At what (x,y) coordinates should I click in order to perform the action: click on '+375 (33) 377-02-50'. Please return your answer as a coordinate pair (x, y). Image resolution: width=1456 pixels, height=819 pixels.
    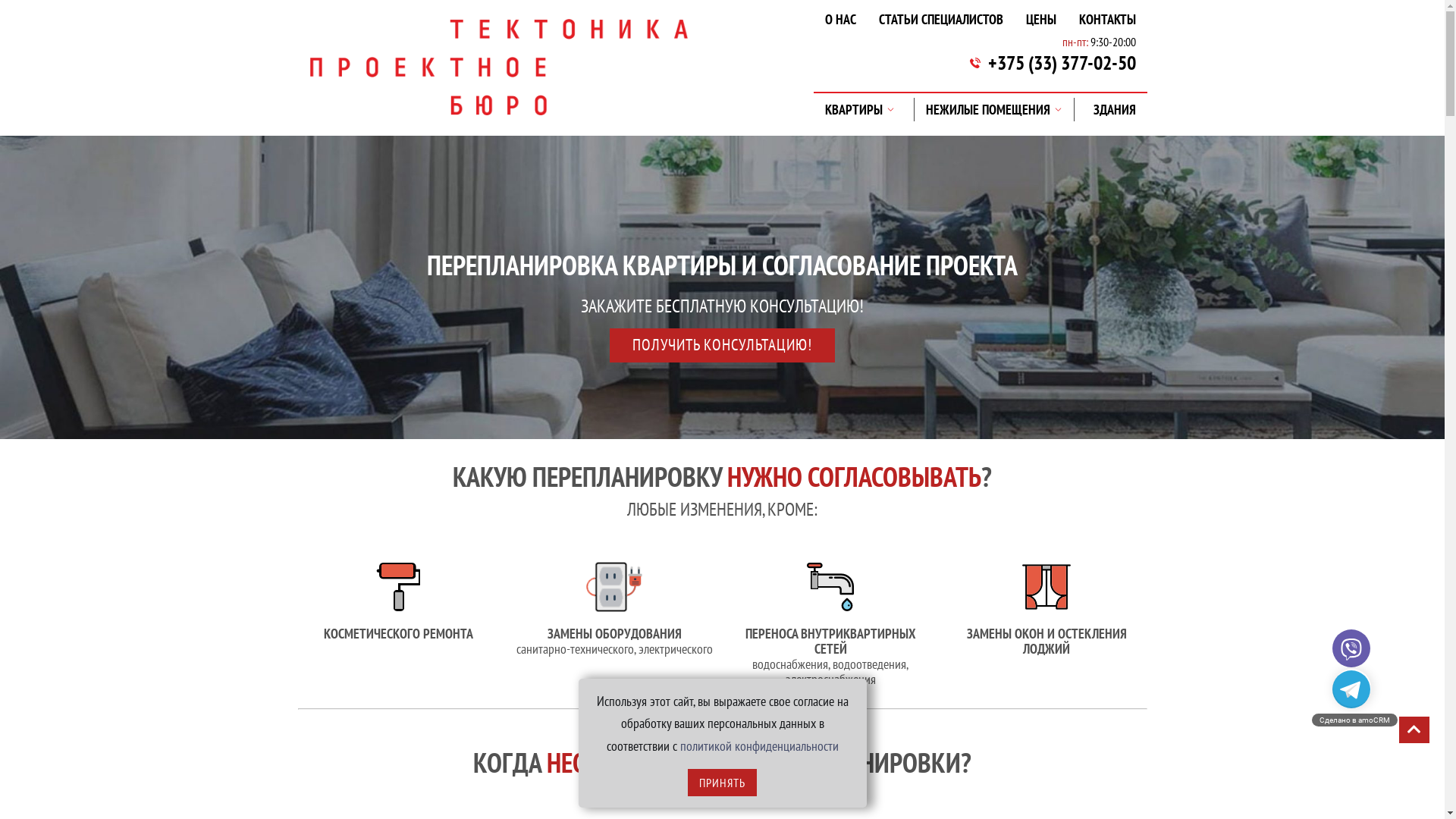
    Looking at the image, I should click on (987, 62).